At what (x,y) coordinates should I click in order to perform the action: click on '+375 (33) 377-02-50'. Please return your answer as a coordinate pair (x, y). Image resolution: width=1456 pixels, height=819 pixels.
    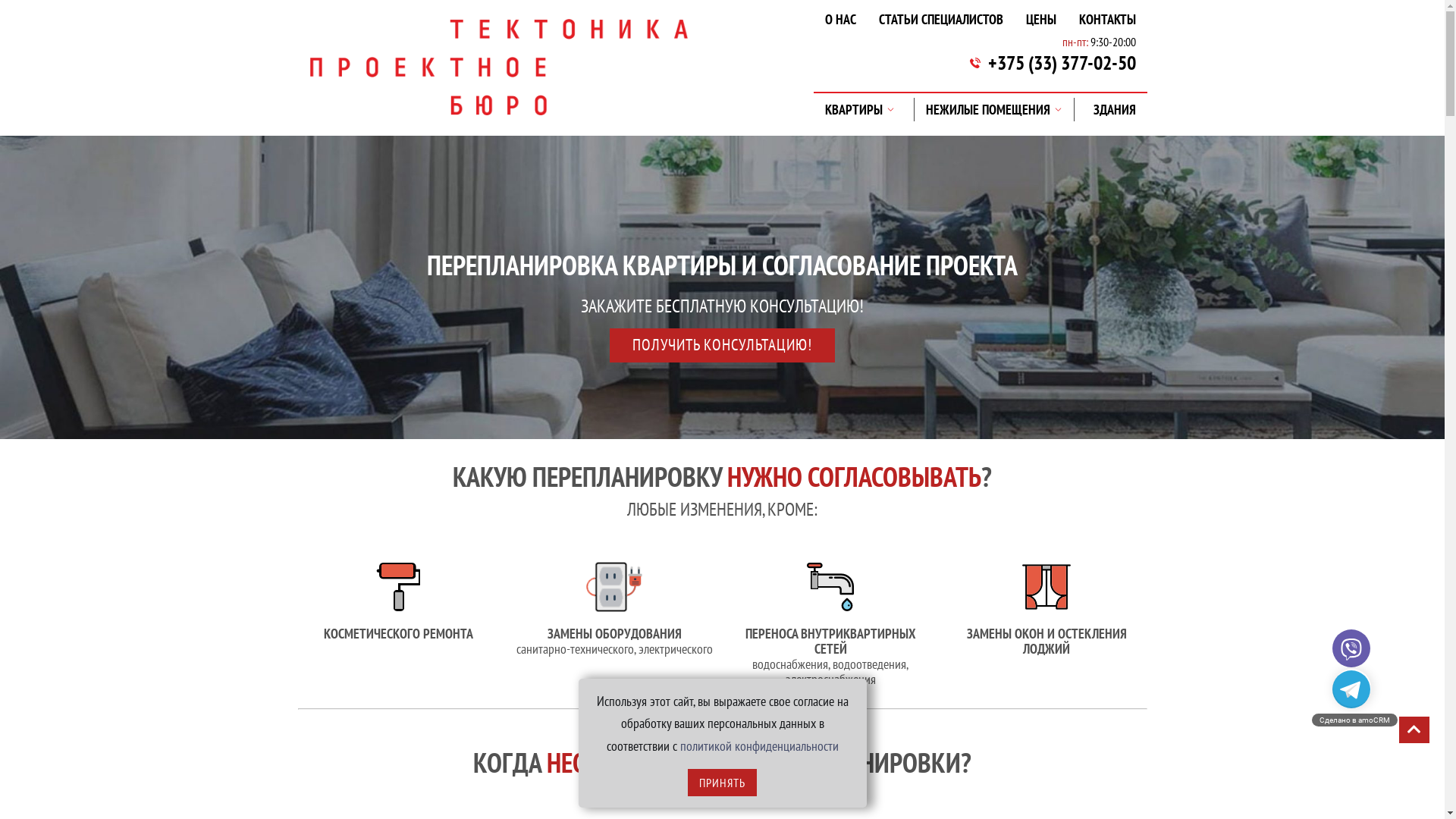
    Looking at the image, I should click on (987, 62).